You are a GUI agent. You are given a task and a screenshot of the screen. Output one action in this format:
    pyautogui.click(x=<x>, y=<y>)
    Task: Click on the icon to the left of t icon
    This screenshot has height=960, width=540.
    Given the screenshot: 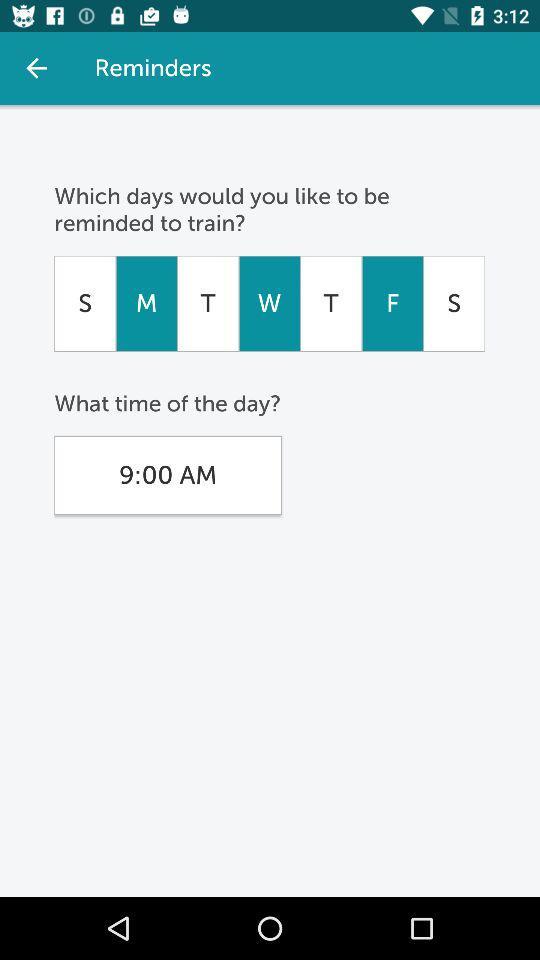 What is the action you would take?
    pyautogui.click(x=269, y=303)
    